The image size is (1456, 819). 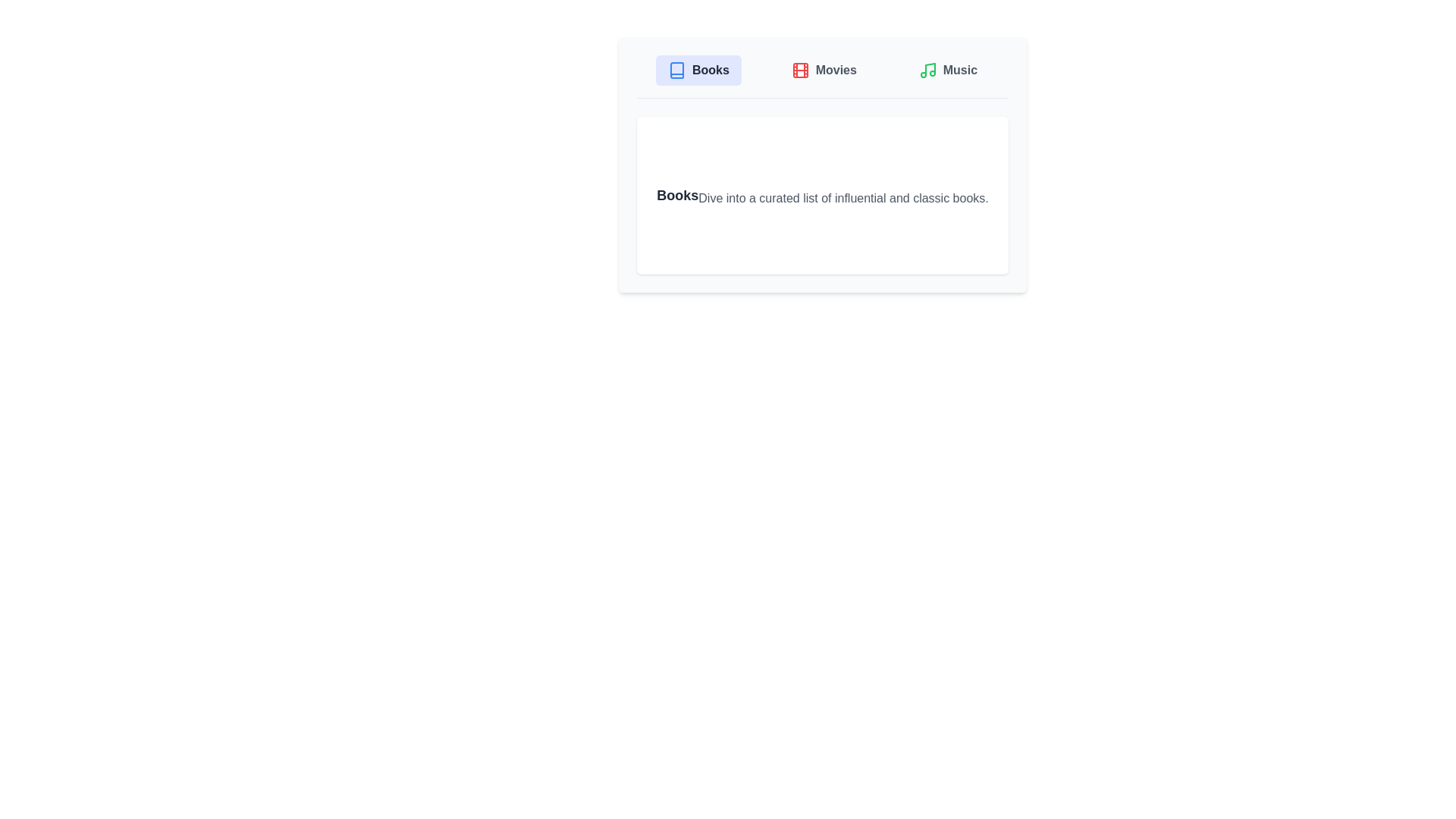 What do you see at coordinates (947, 70) in the screenshot?
I see `the Music tab by clicking on its button` at bounding box center [947, 70].